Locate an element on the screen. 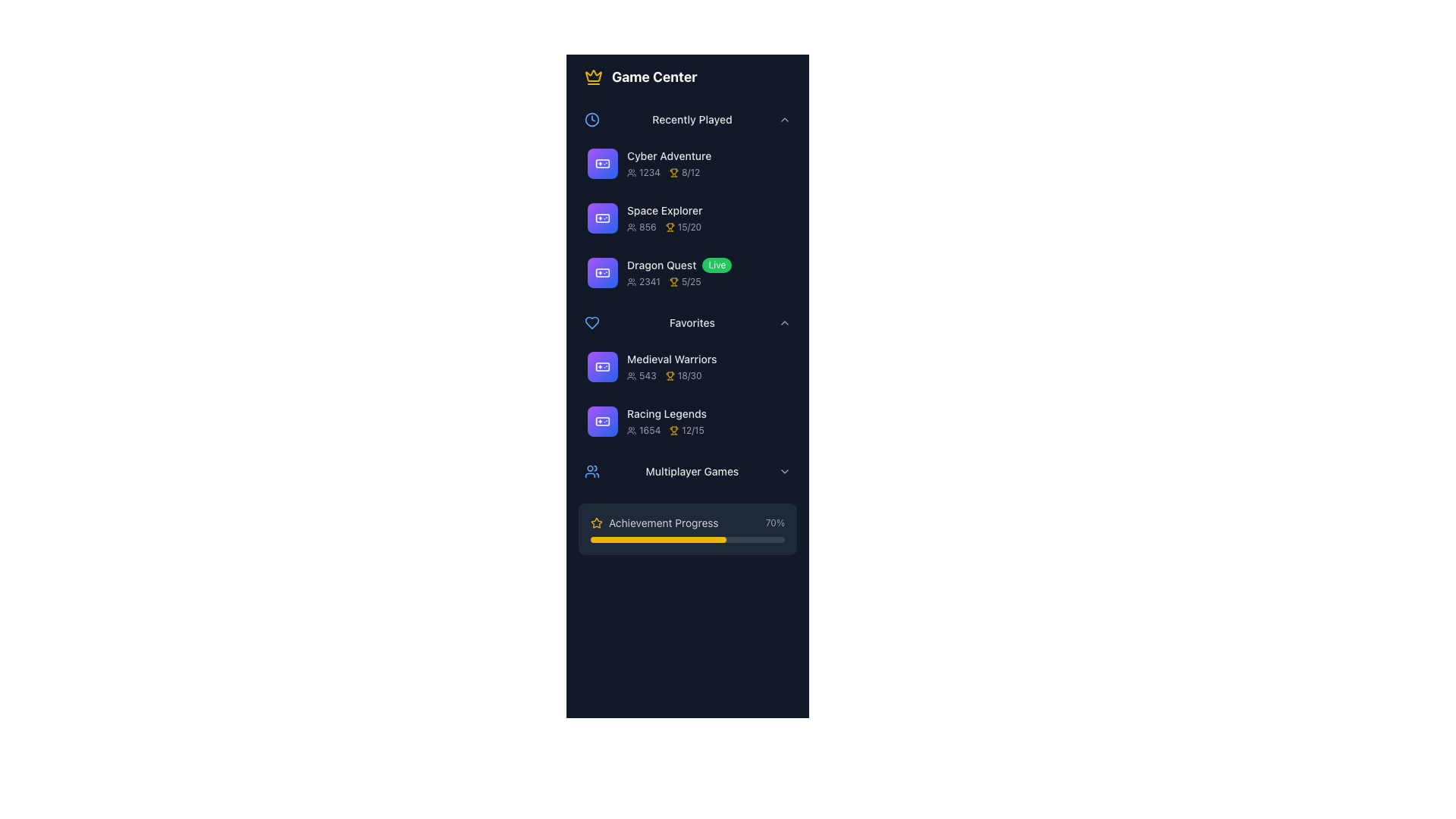 This screenshot has height=819, width=1456. the small gray text label displaying '8/12' that is located to the right of the yellow trophy icon in the 'Recently Played' section for the game 'Space Explorer' is located at coordinates (690, 171).